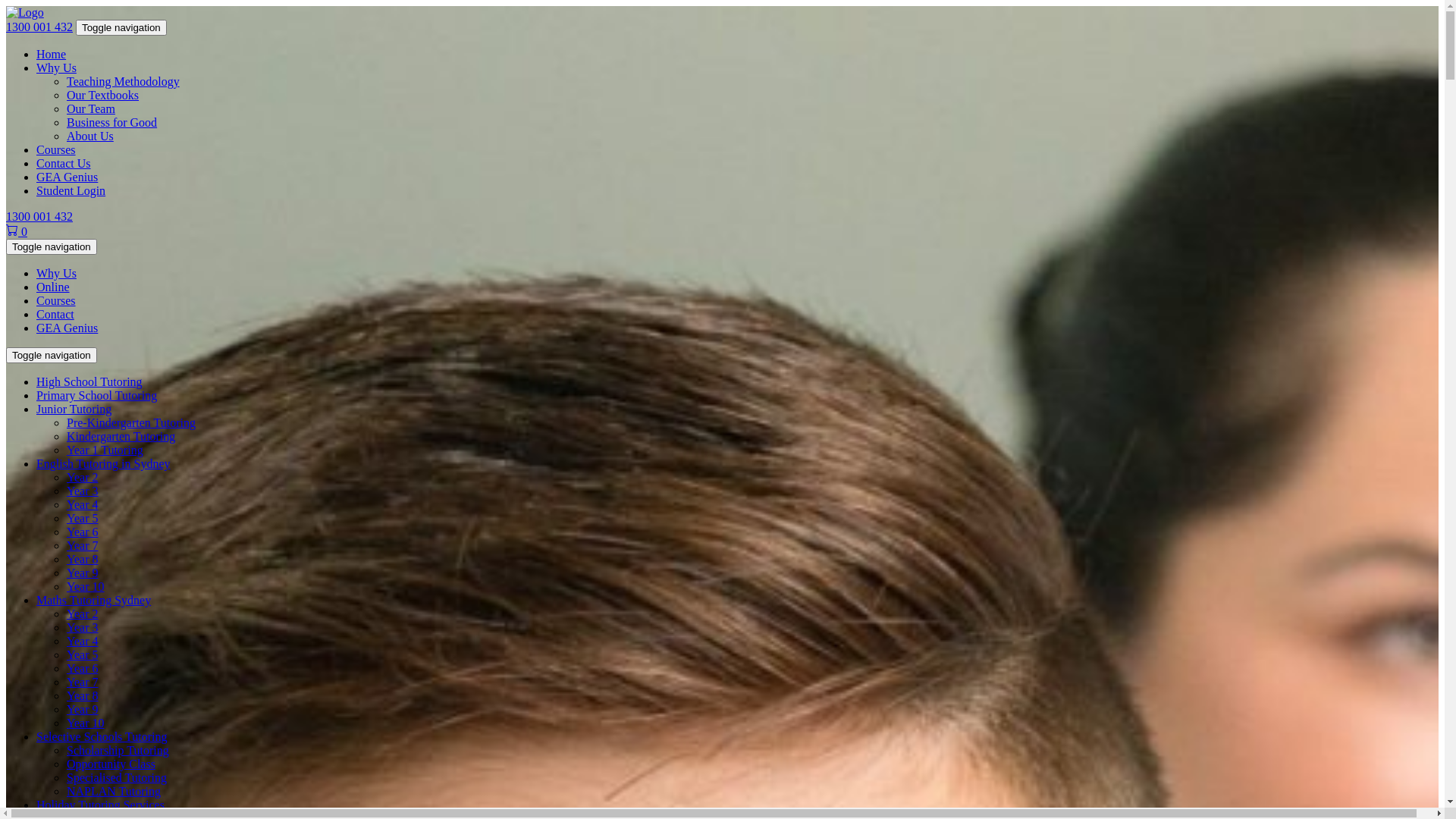  Describe the element at coordinates (81, 681) in the screenshot. I see `'Year 7'` at that location.